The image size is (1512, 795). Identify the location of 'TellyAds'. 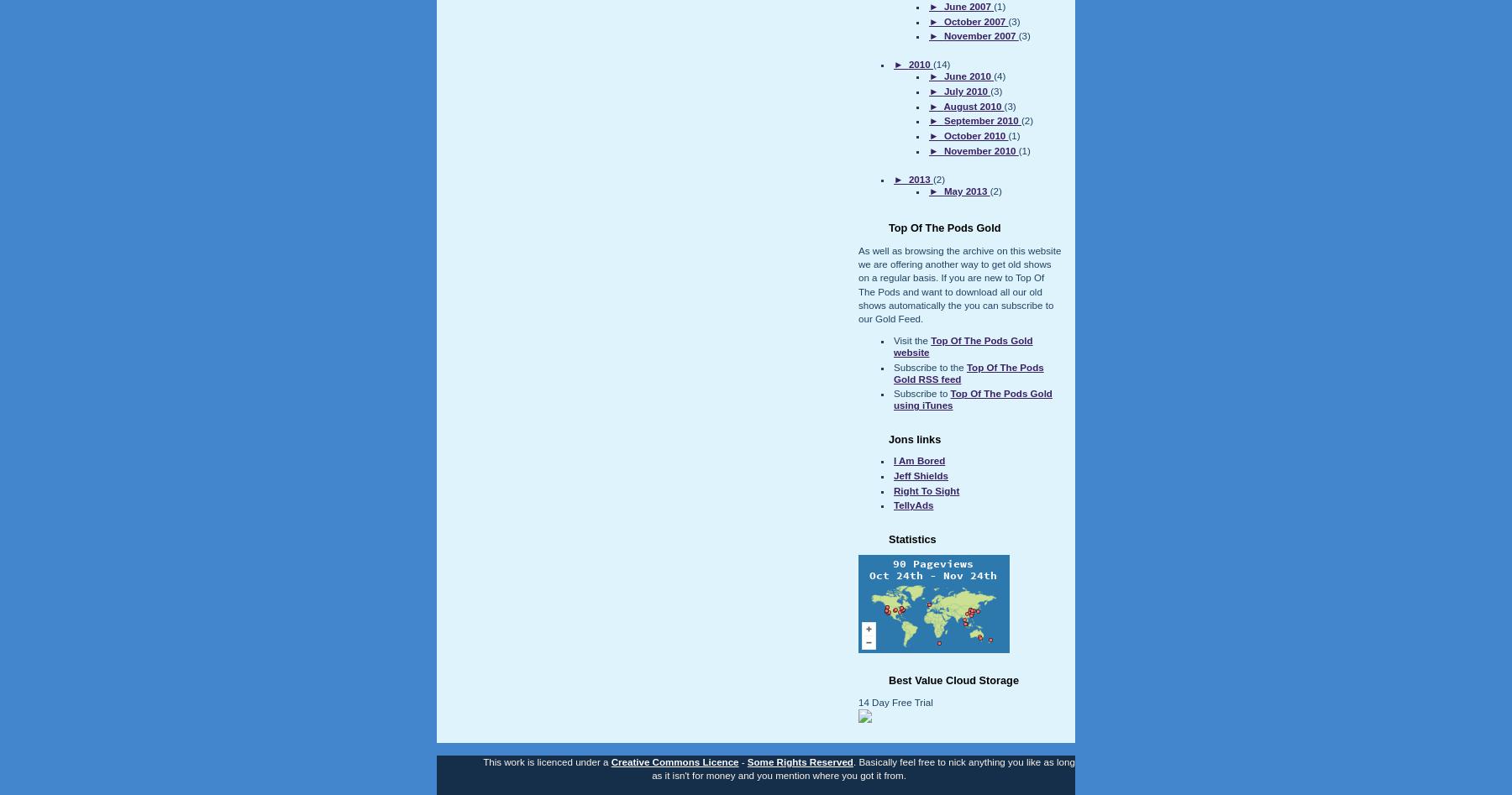
(913, 505).